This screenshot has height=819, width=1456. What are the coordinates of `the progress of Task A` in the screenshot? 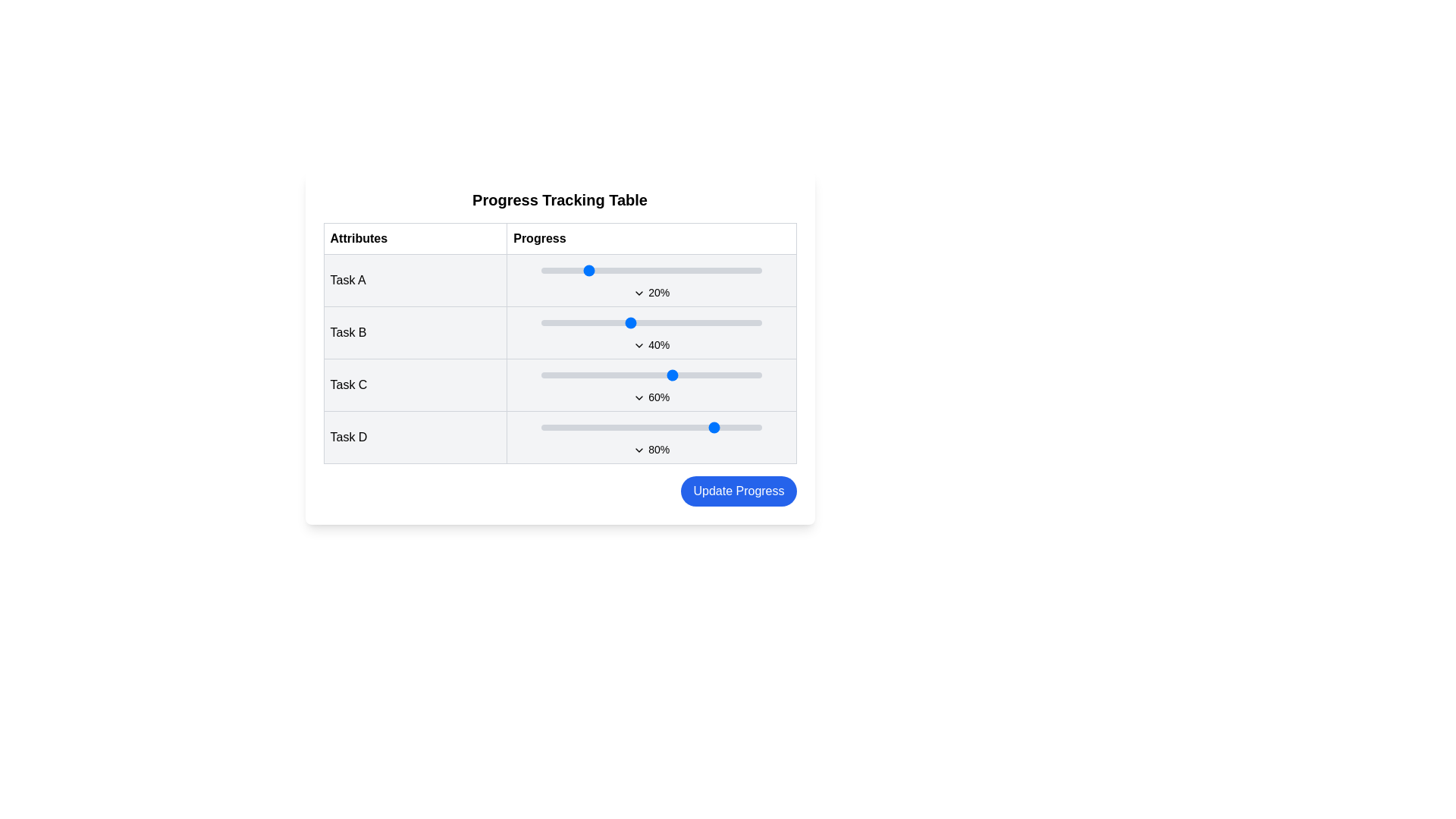 It's located at (613, 270).